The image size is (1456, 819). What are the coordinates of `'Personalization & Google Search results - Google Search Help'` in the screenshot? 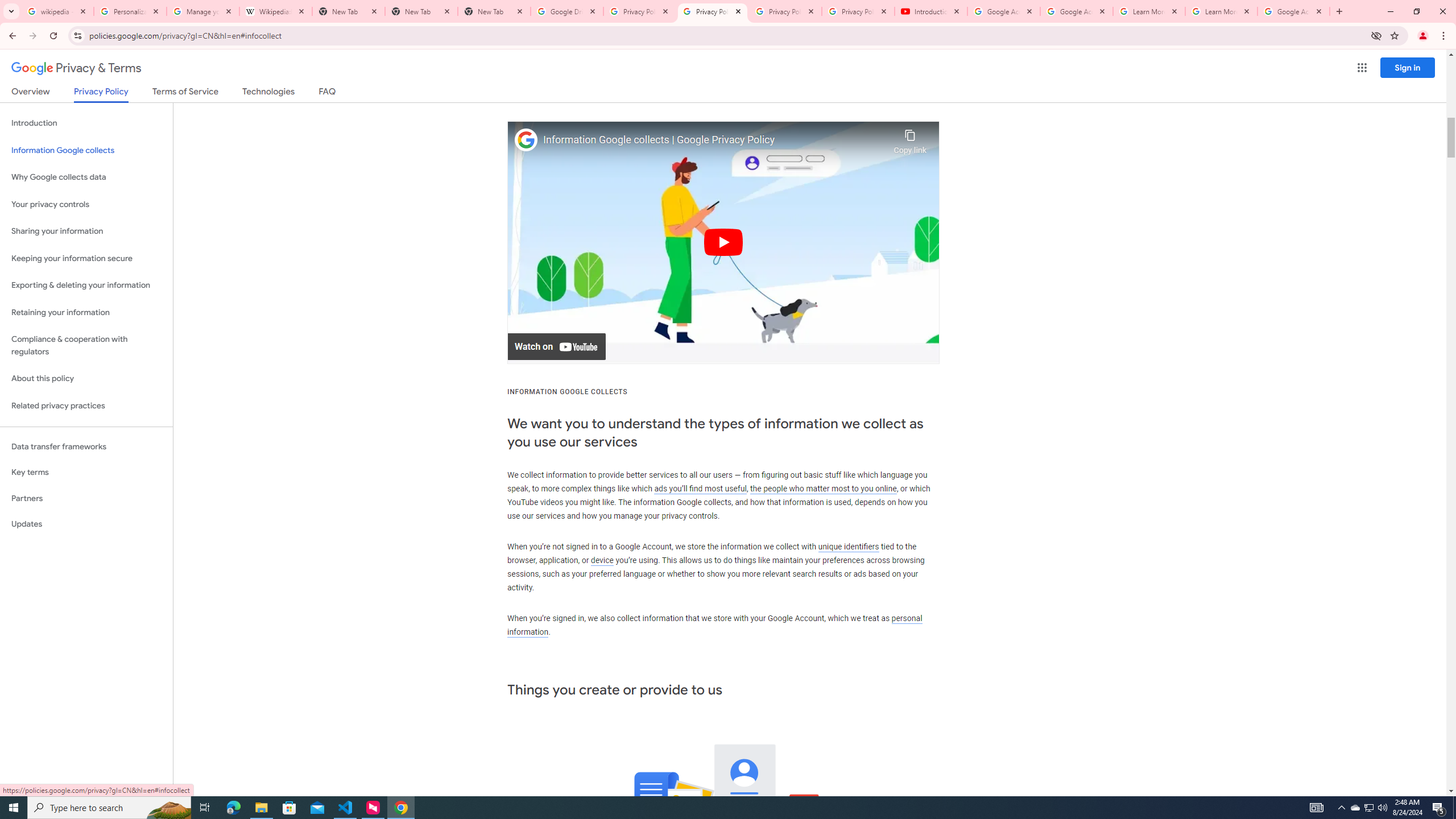 It's located at (130, 11).